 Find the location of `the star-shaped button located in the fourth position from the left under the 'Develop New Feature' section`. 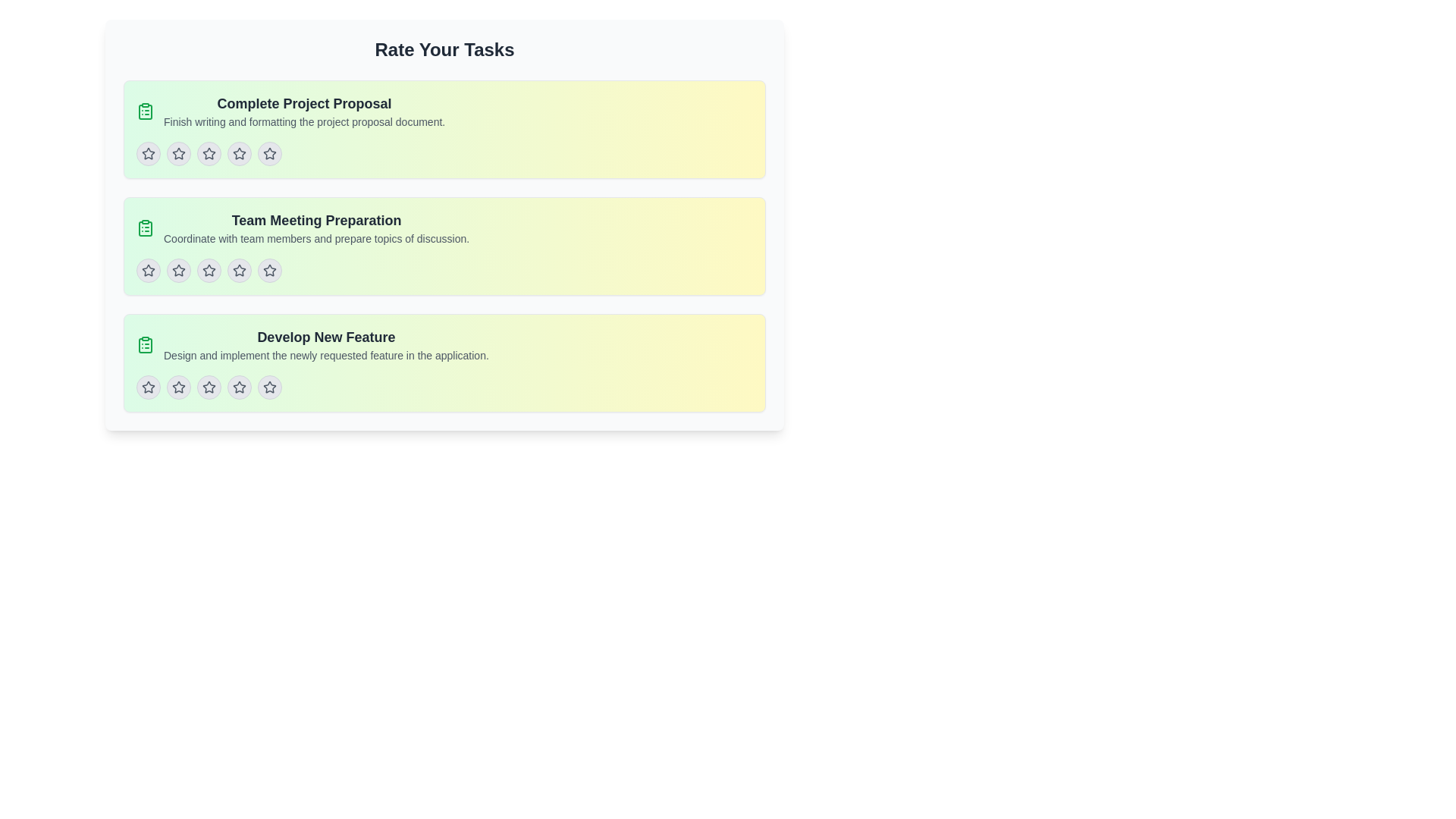

the star-shaped button located in the fourth position from the left under the 'Develop New Feature' section is located at coordinates (239, 386).